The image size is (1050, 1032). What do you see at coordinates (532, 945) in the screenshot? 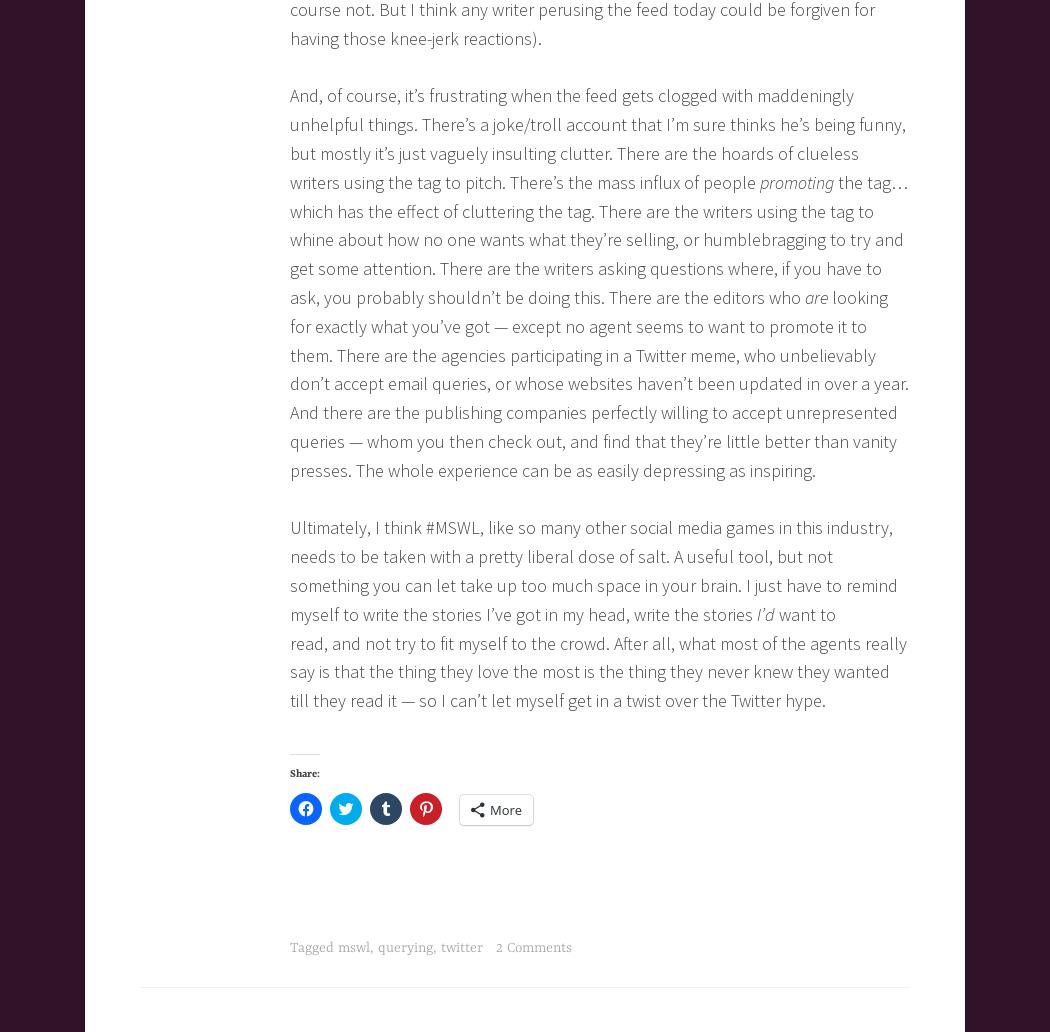
I see `'2 Comments'` at bounding box center [532, 945].